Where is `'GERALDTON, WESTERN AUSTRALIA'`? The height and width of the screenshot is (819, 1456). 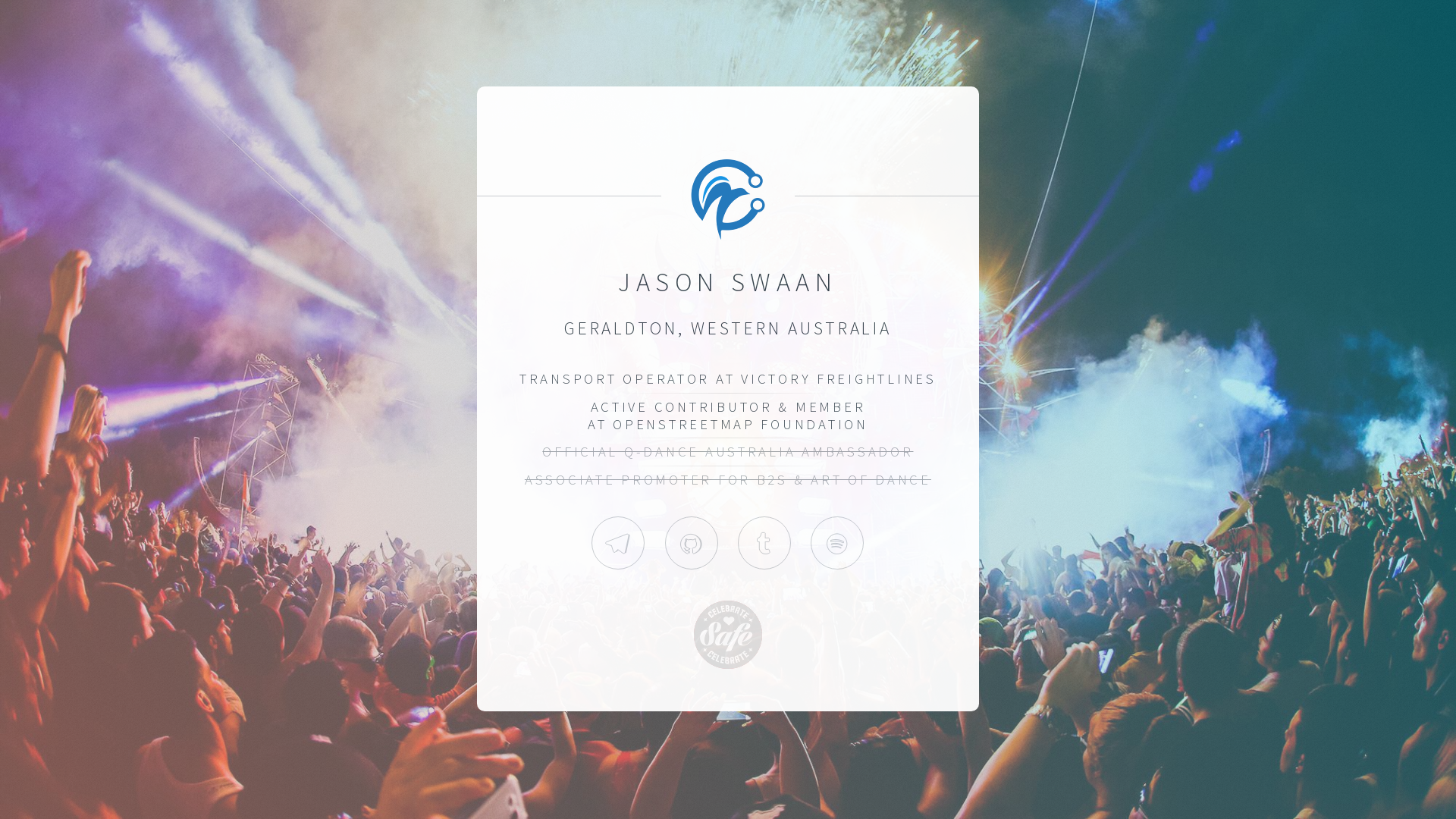 'GERALDTON, WESTERN AUSTRALIA' is located at coordinates (728, 327).